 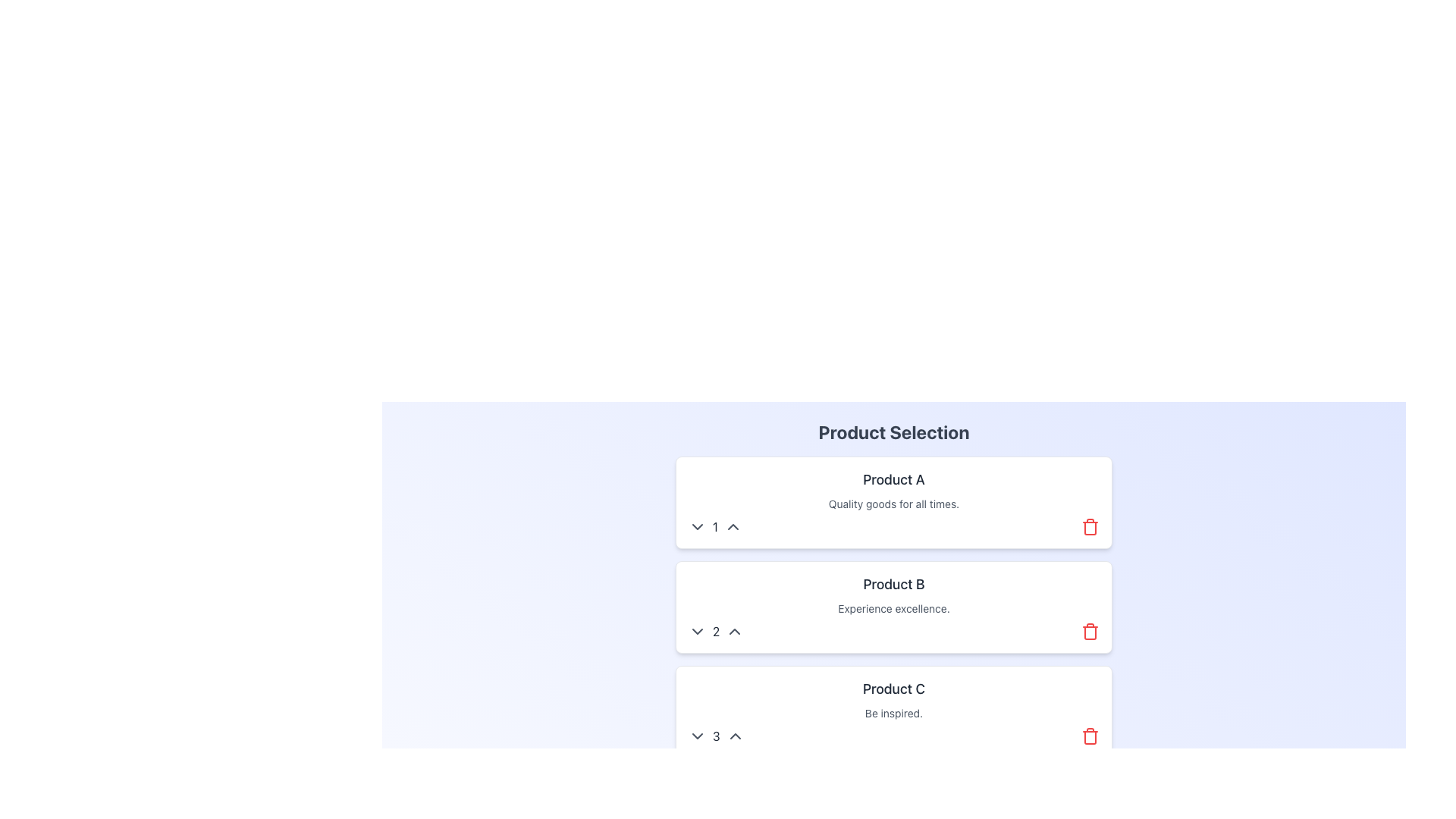 I want to click on the downward-facing gray chevron icon (Dropdown Indicator) located in the third row next to the '3' numeral in the product list interface, so click(x=697, y=736).